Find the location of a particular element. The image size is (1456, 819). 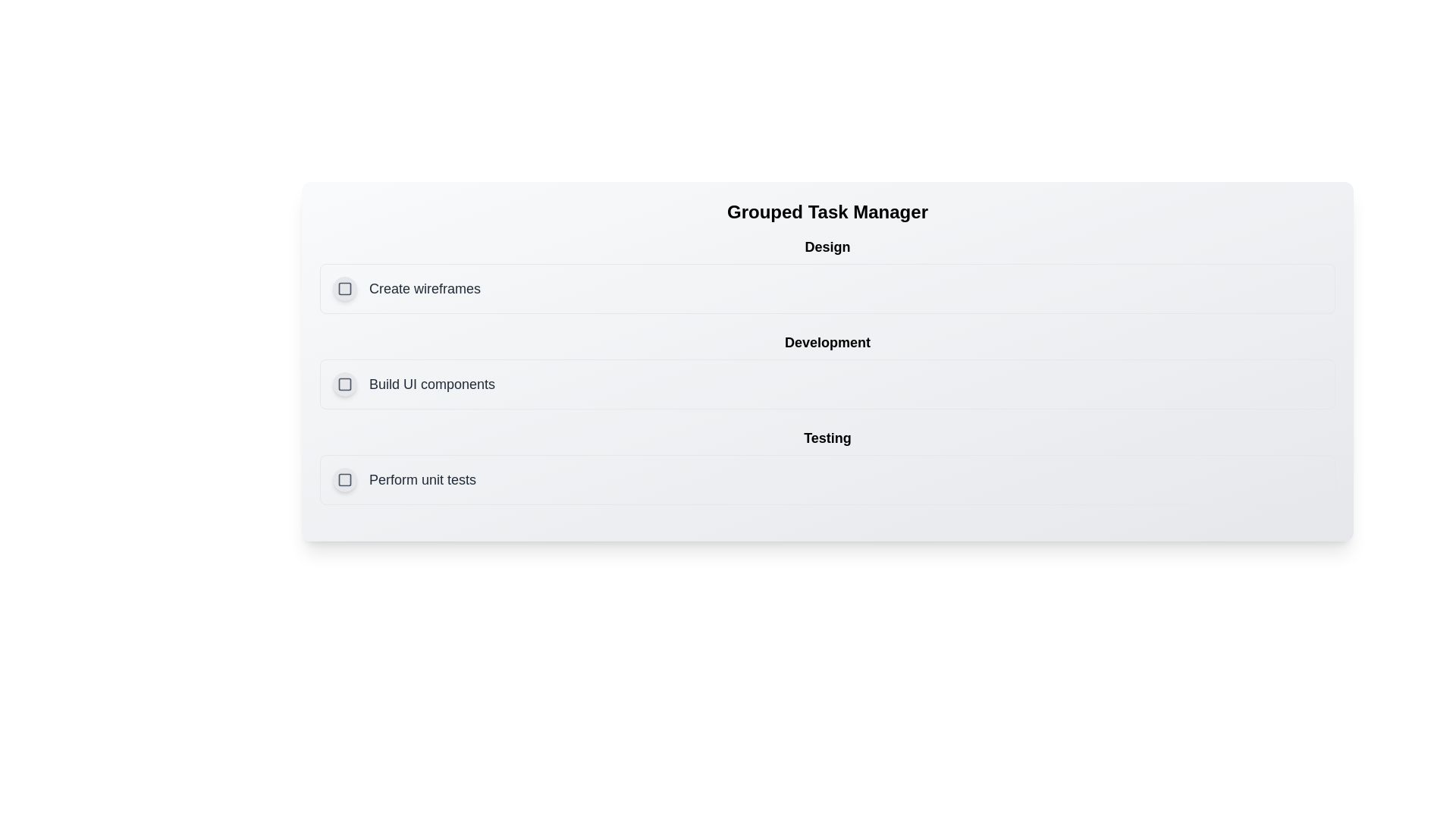

the circular toggle button with a gray background and square icon, located to the left of the text 'Perform unit tests' is located at coordinates (344, 479).